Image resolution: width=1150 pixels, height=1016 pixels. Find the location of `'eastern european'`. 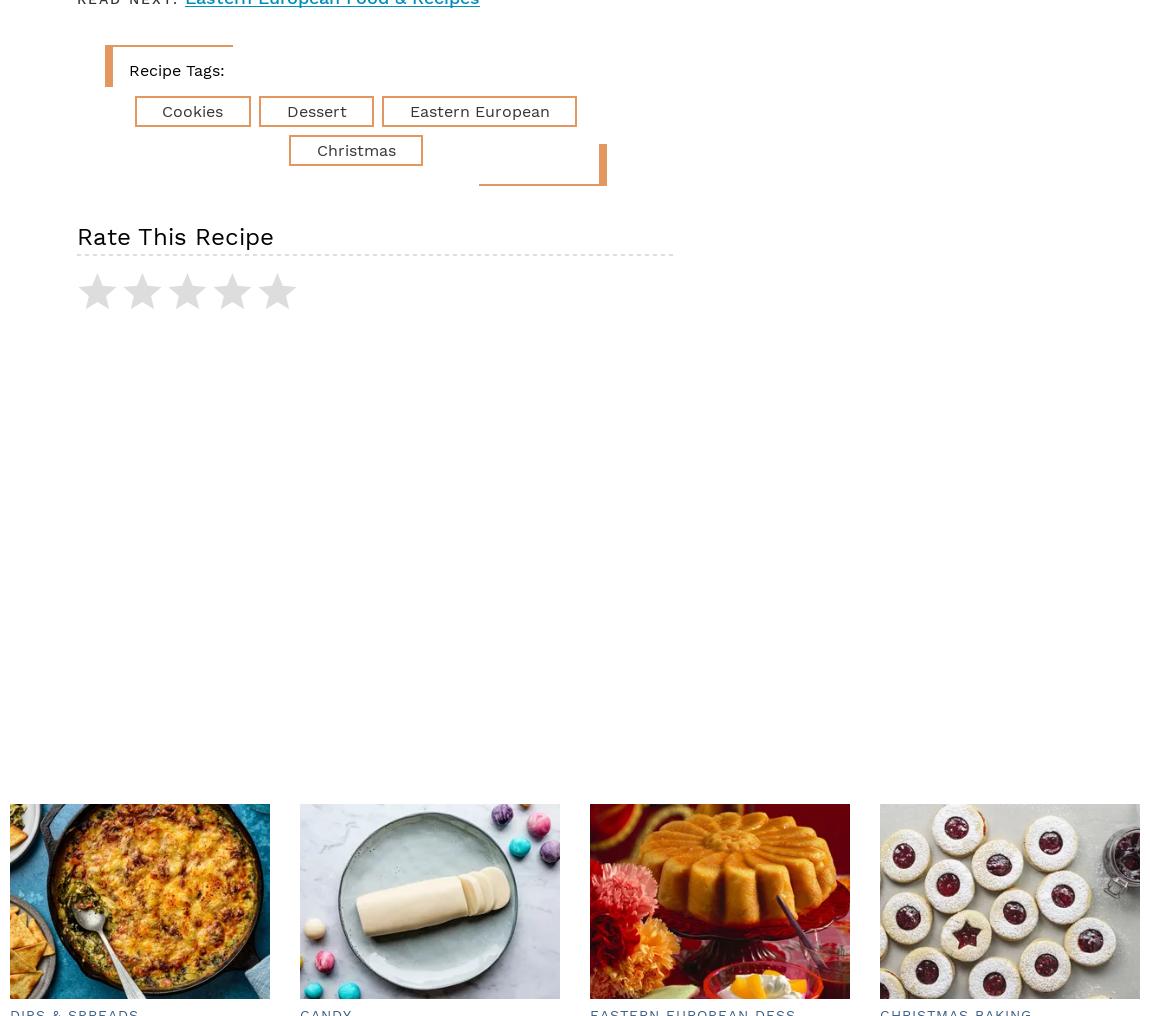

'eastern european' is located at coordinates (478, 110).